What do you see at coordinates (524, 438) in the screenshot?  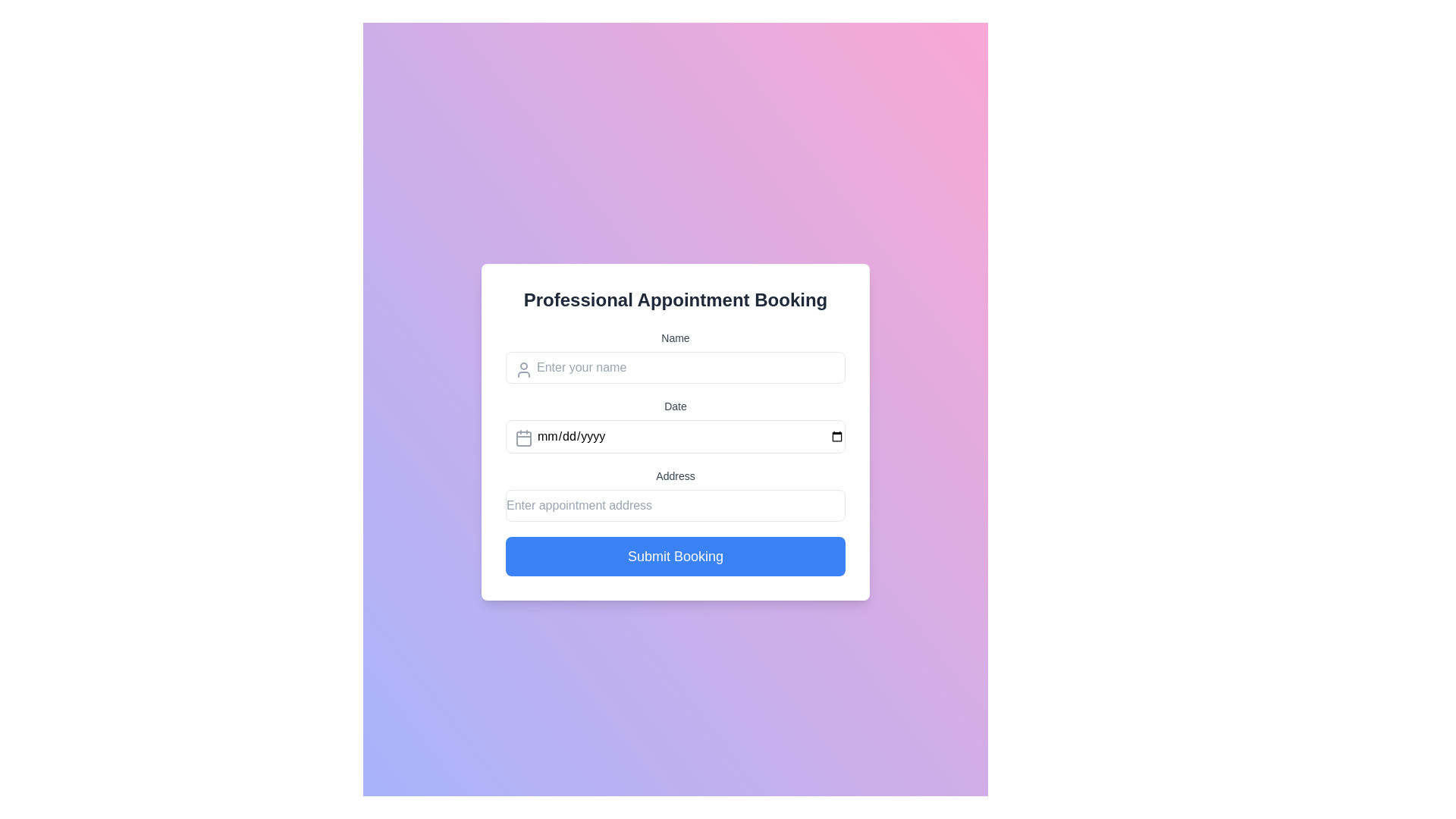 I see `the graphical decoration within the calendar icon, located to the left of the date input field` at bounding box center [524, 438].